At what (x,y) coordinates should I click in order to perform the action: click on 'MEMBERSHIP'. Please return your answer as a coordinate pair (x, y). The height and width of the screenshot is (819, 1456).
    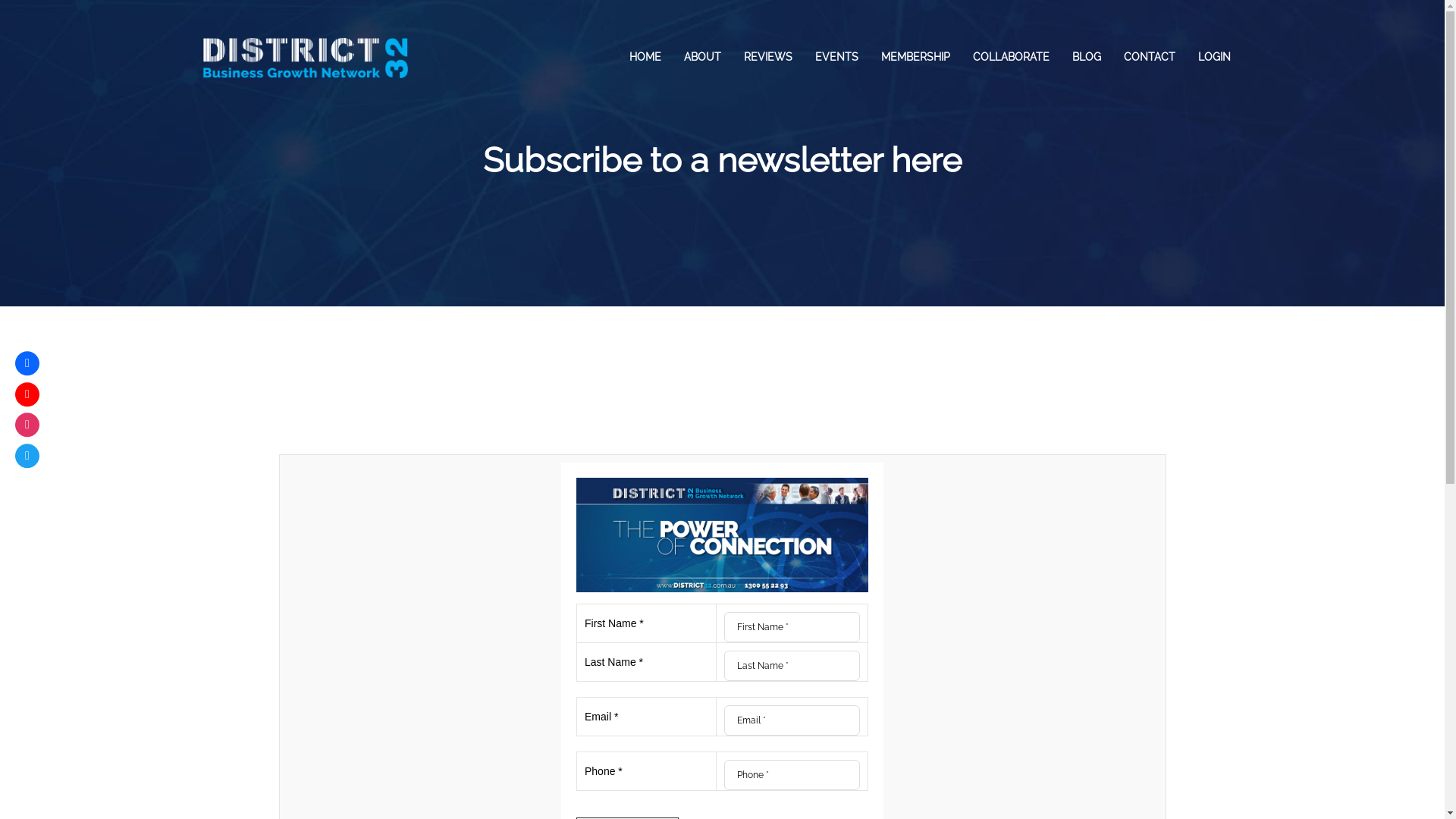
    Looking at the image, I should click on (914, 55).